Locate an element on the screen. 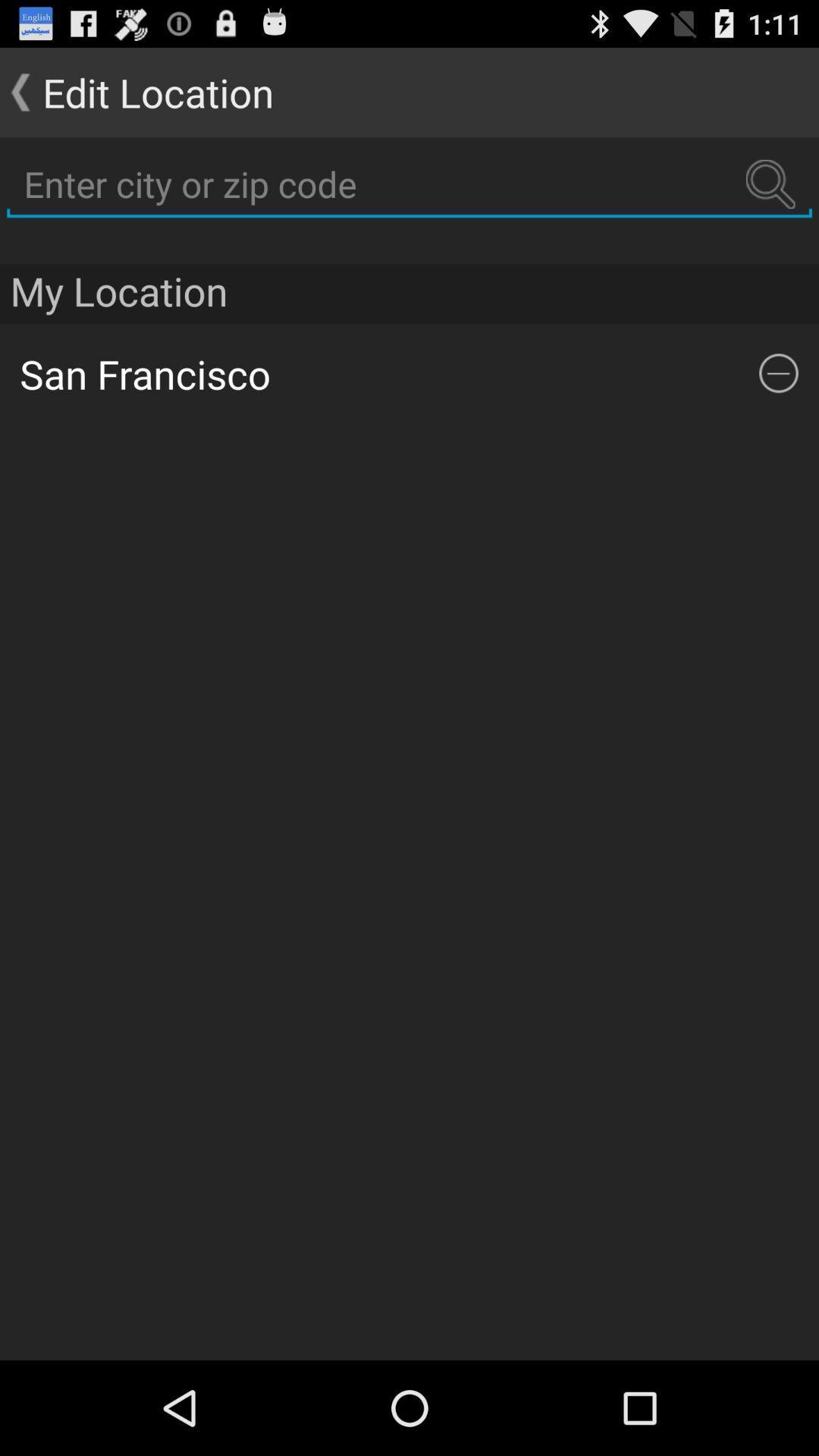 The width and height of the screenshot is (819, 1456). edit location icon is located at coordinates (136, 91).